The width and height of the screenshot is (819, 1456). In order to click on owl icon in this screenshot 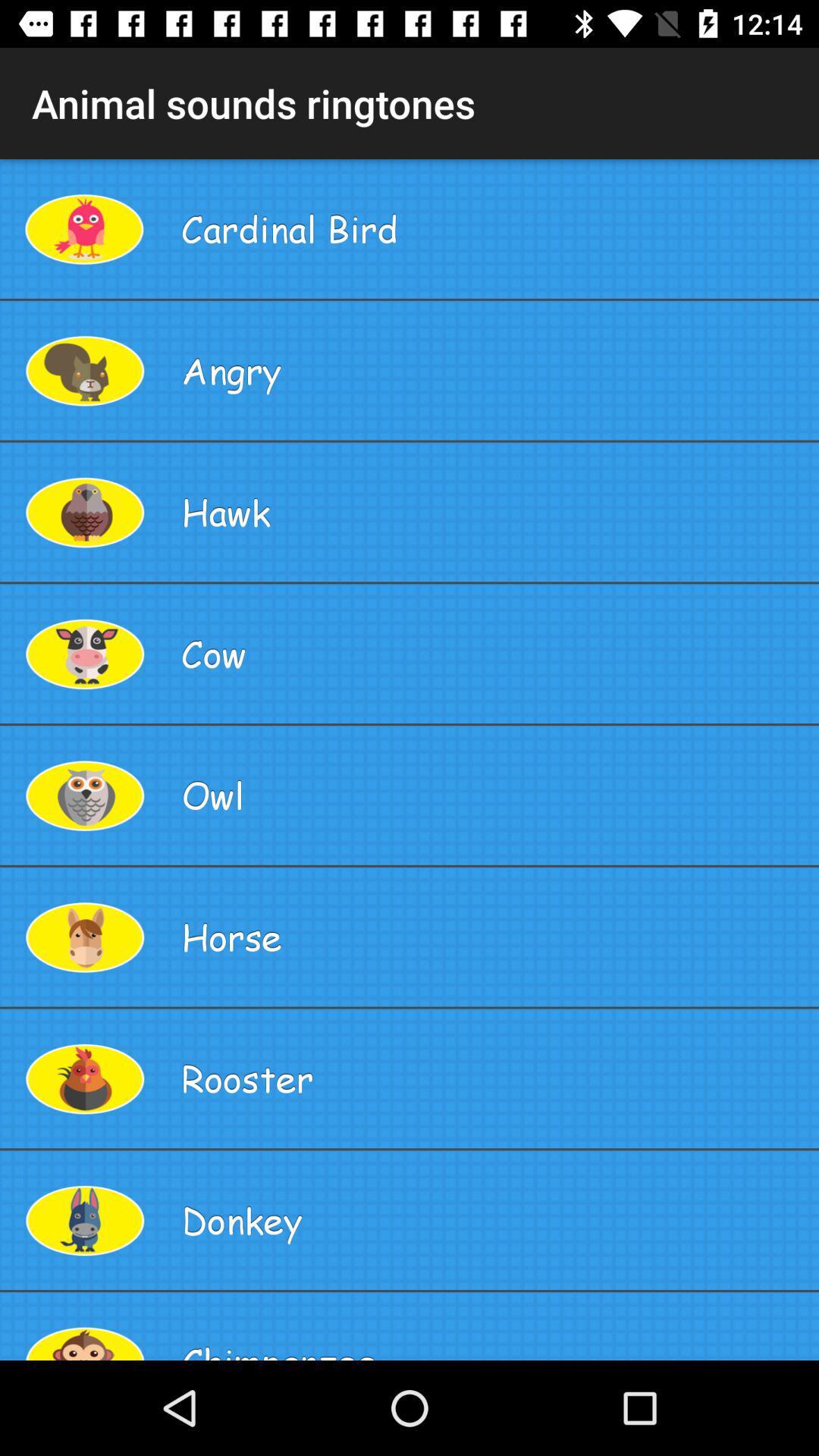, I will do `click(494, 794)`.